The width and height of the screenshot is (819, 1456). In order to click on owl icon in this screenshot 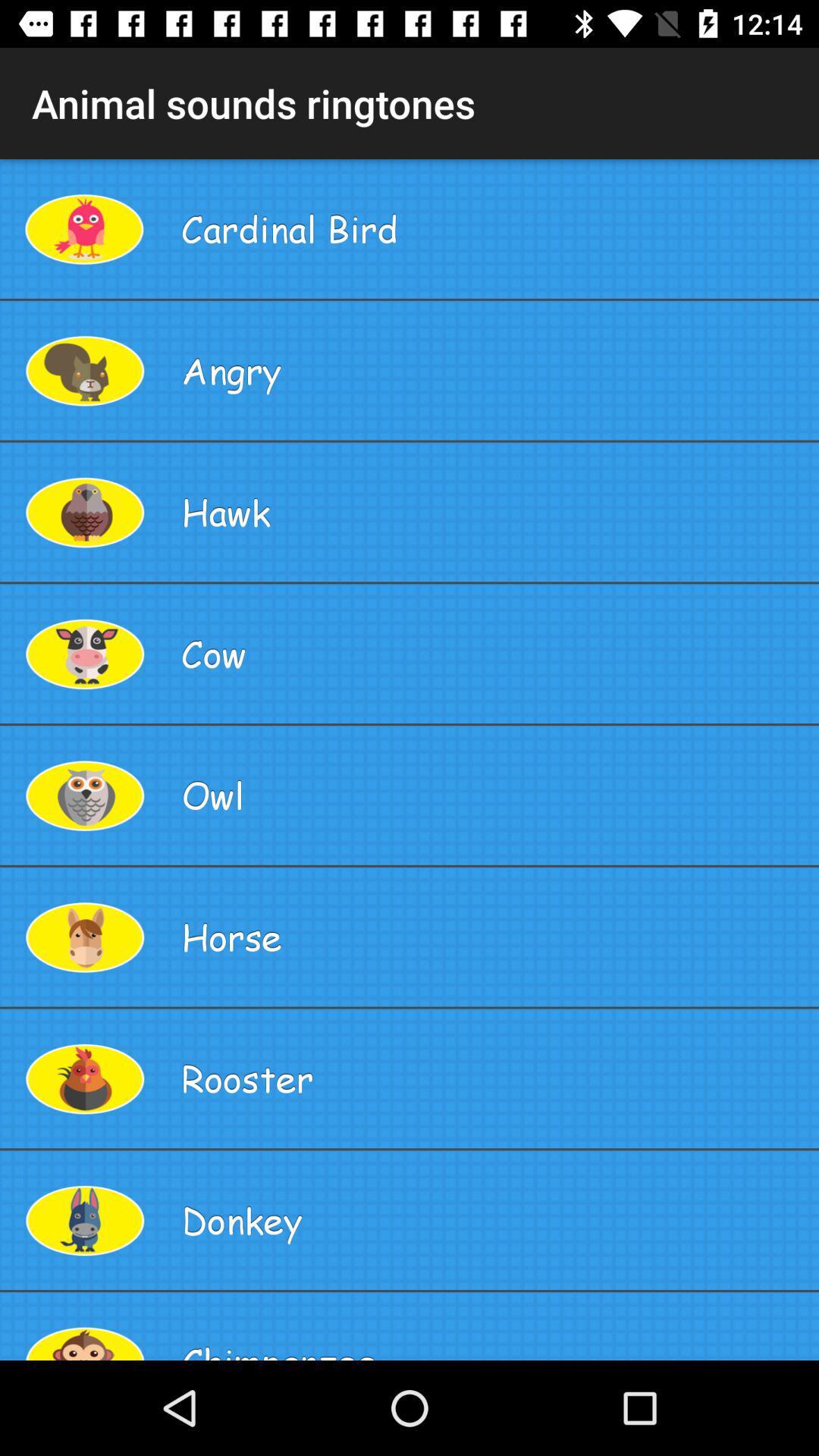, I will do `click(494, 794)`.